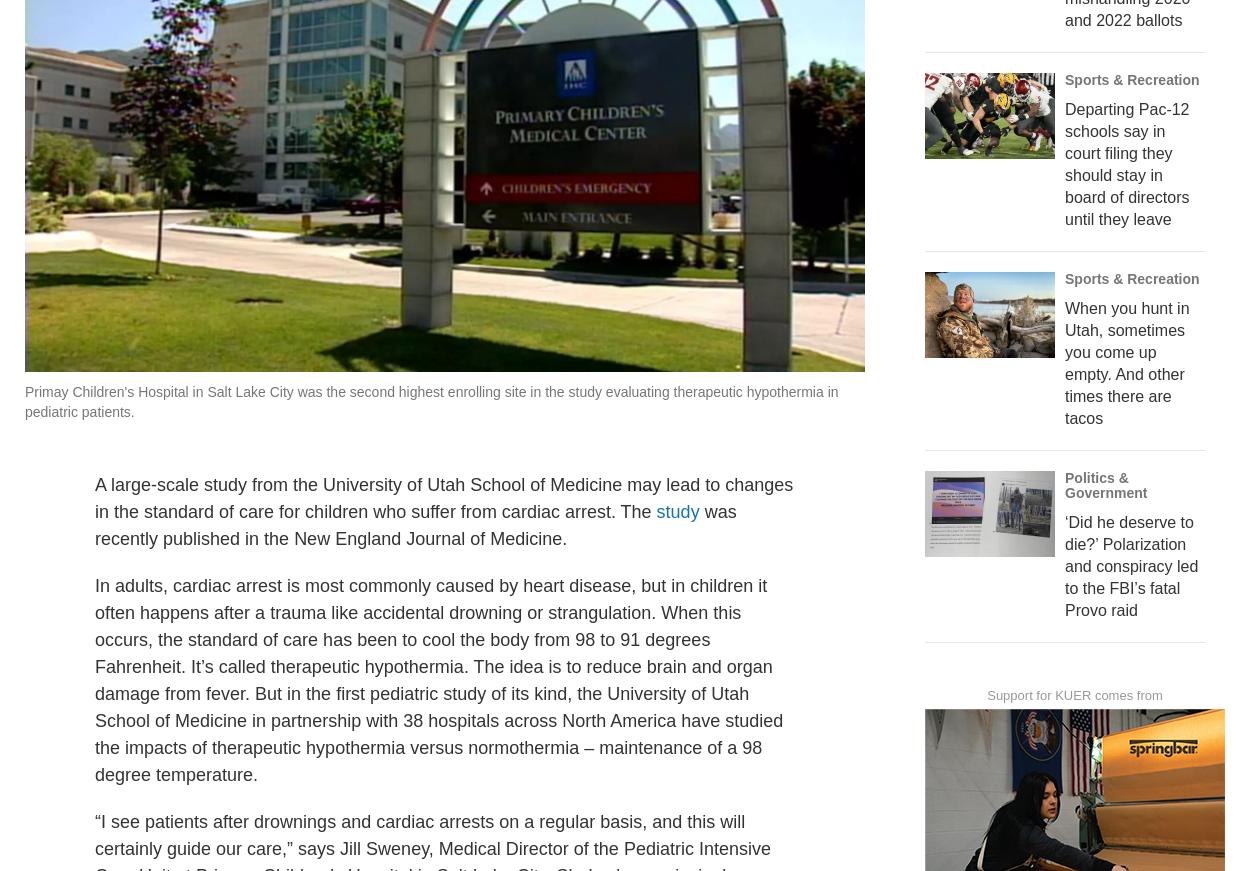 The width and height of the screenshot is (1250, 871). Describe the element at coordinates (1131, 608) in the screenshot. I see `'‘Did he deserve to die?’ Polarization and conspiracy led to the FBI’s fatal Provo raid'` at that location.